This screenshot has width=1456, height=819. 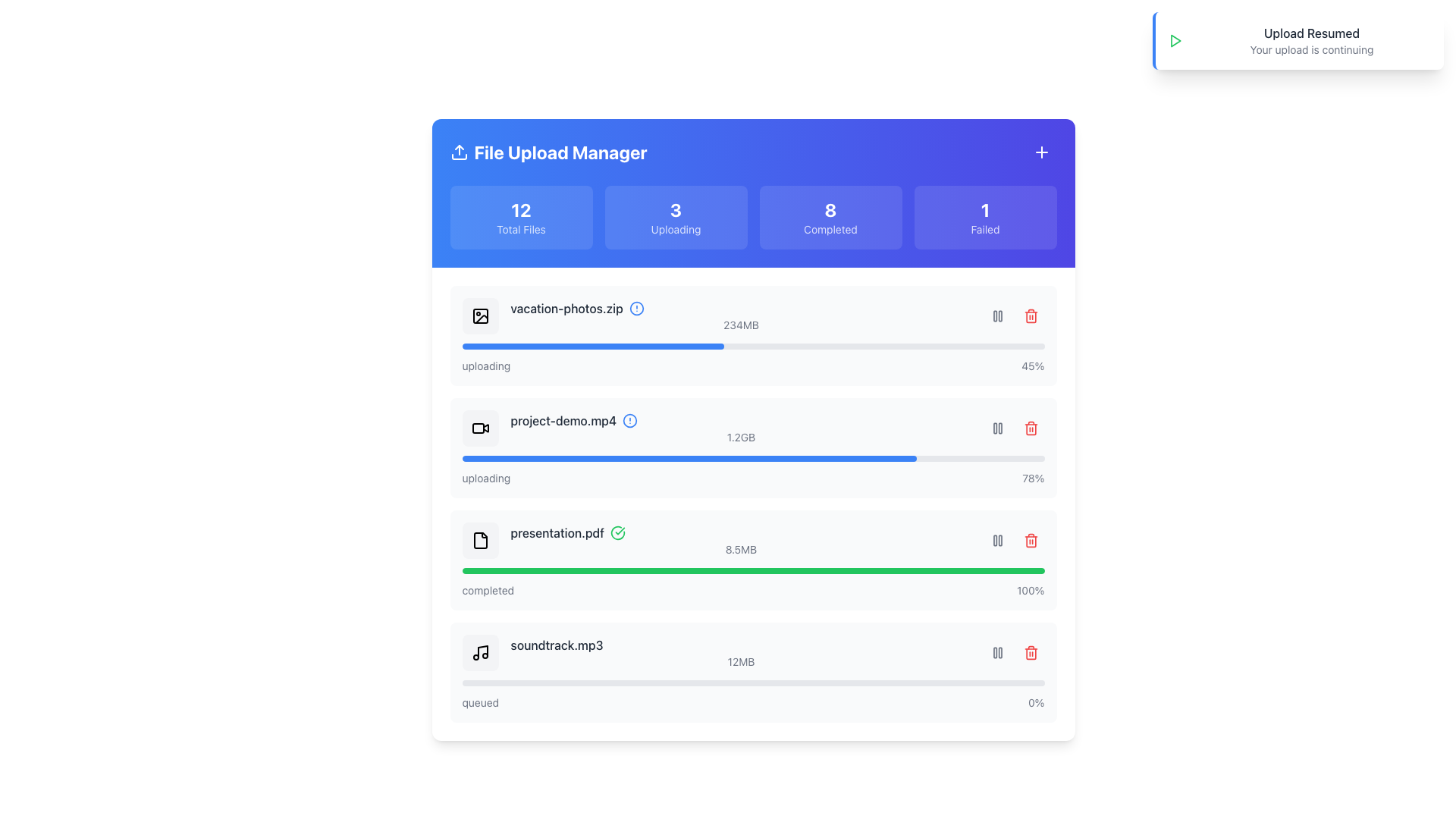 I want to click on the main body of the trash can icon, which signifies a delete action for the associated item in the list, so click(x=1031, y=429).